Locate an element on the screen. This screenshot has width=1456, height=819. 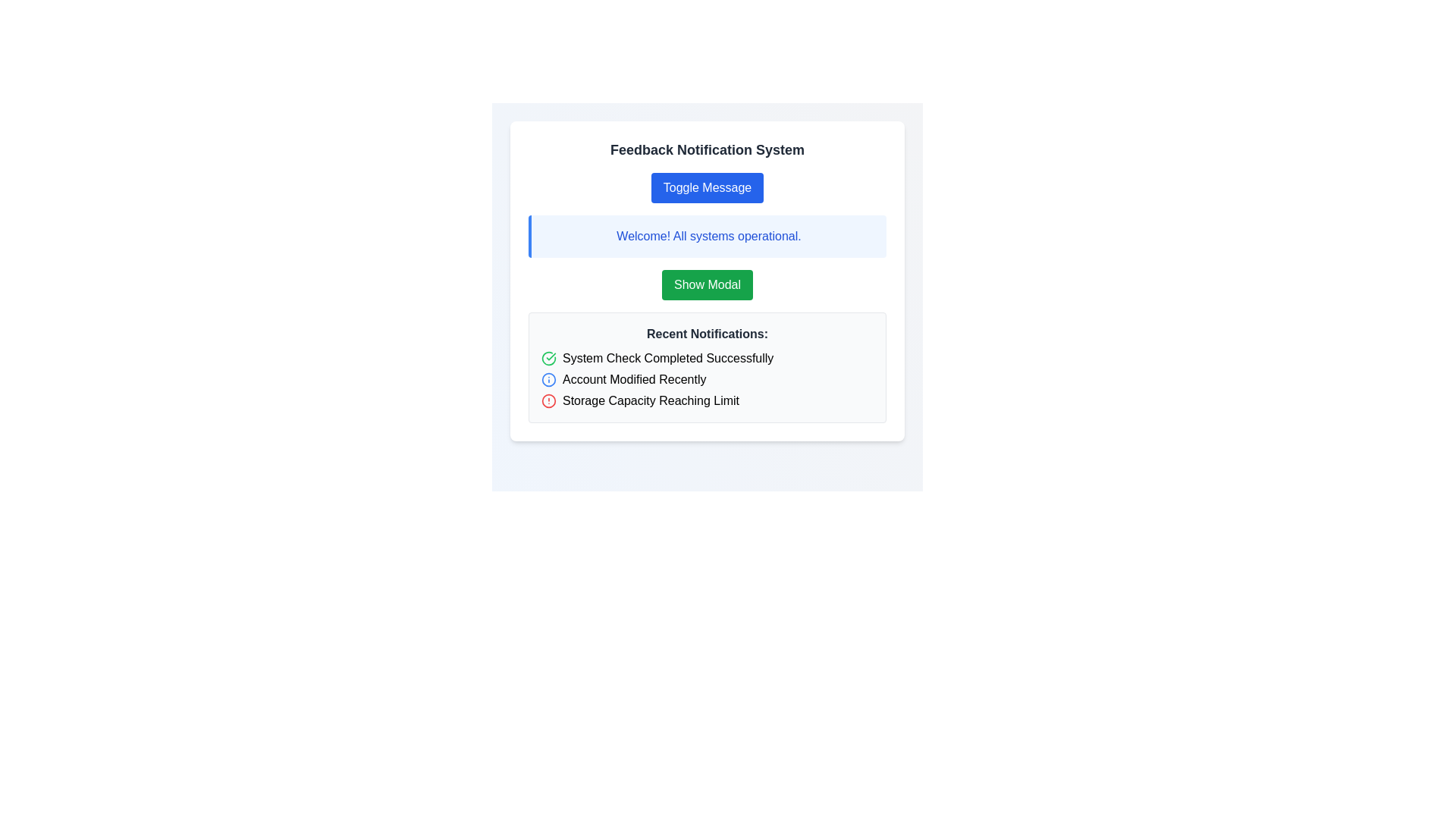
the static text label that indicates system status feedback, confirming that all operations are running smoothly is located at coordinates (708, 237).